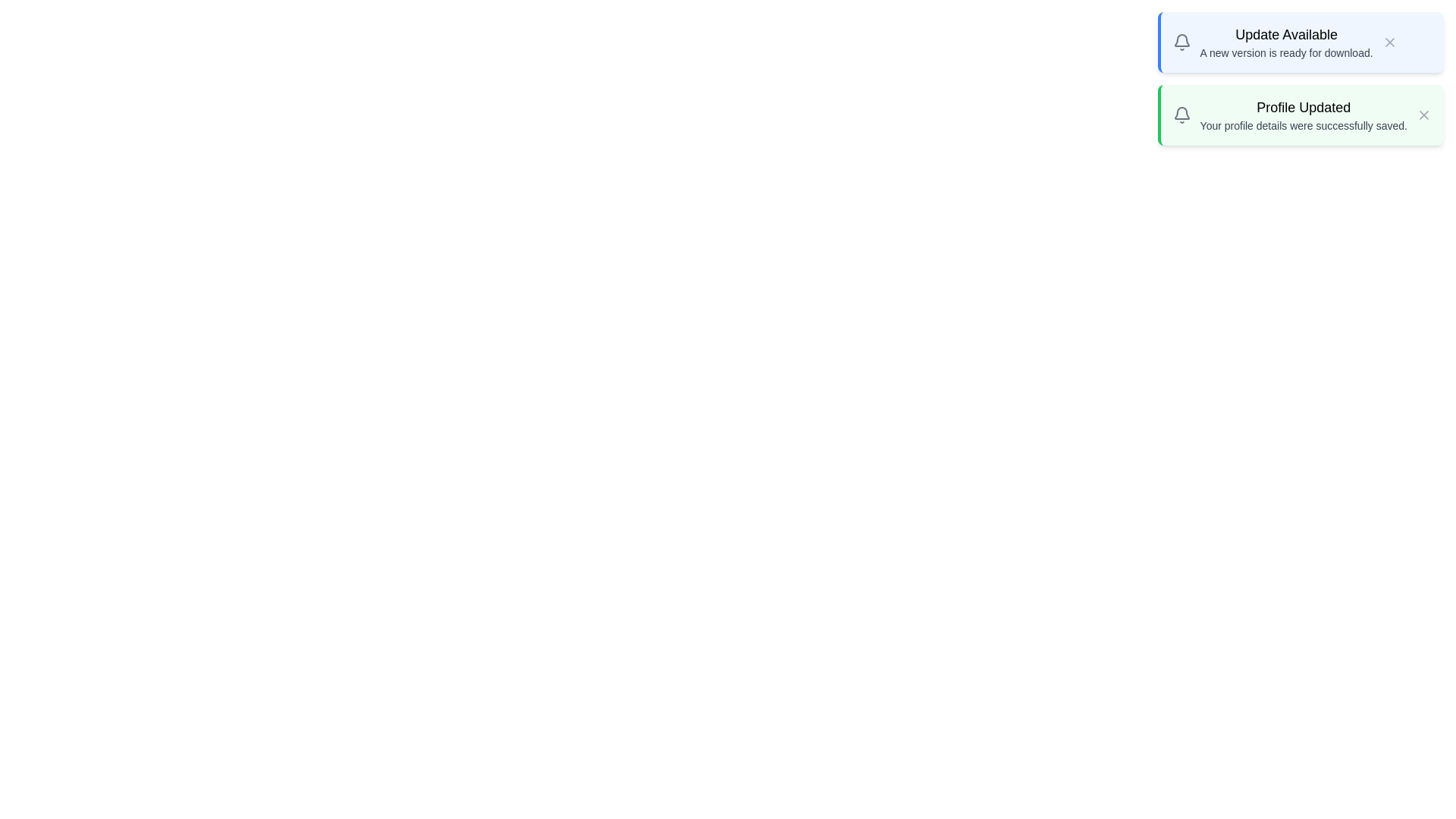  What do you see at coordinates (1300, 42) in the screenshot?
I see `the notification element with title Update Available` at bounding box center [1300, 42].